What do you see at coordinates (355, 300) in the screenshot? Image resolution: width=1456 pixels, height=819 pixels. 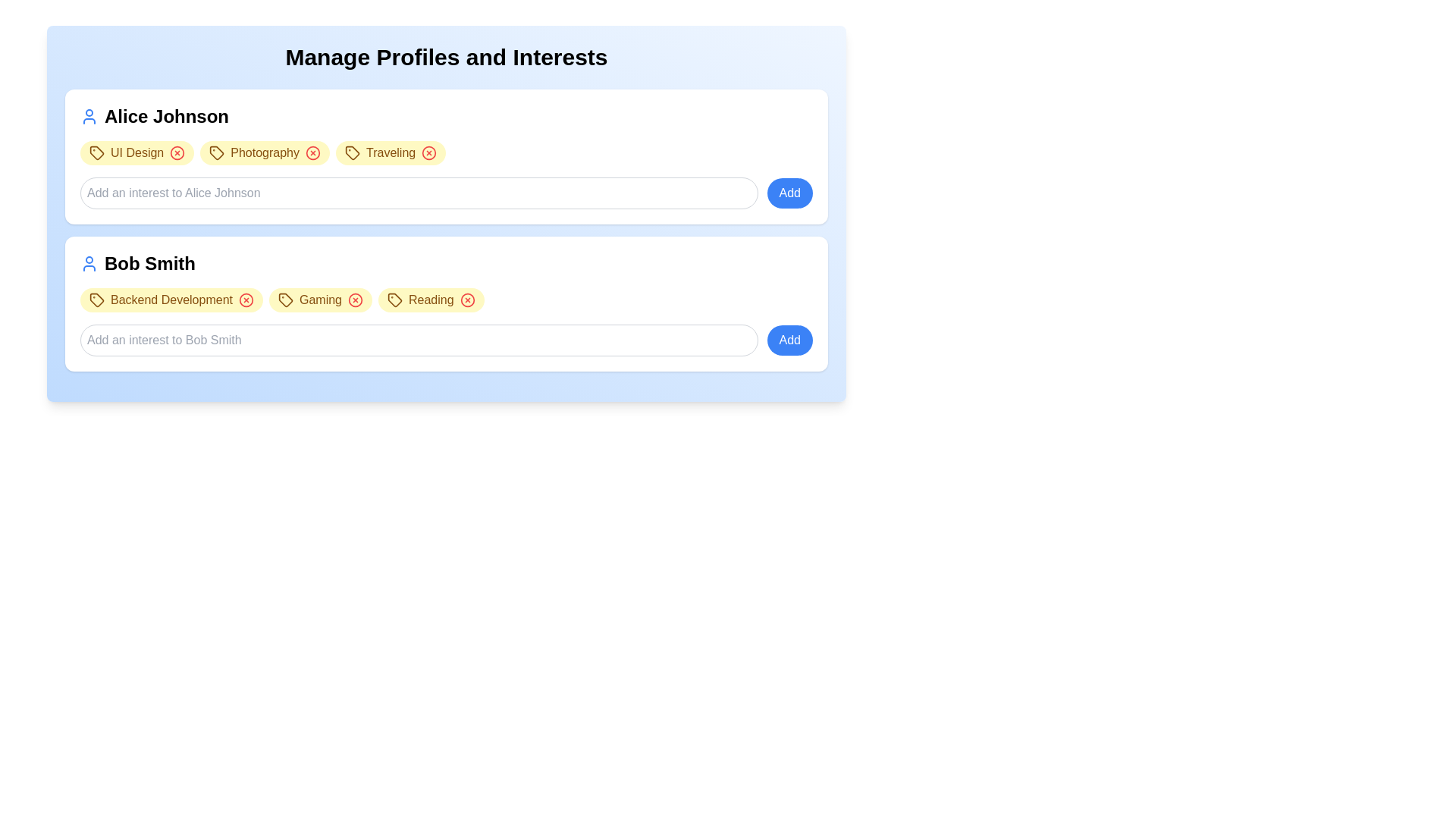 I see `the center of the delete Icon button for the 'Gaming' tag associated with the 'Bob Smith' profile` at bounding box center [355, 300].